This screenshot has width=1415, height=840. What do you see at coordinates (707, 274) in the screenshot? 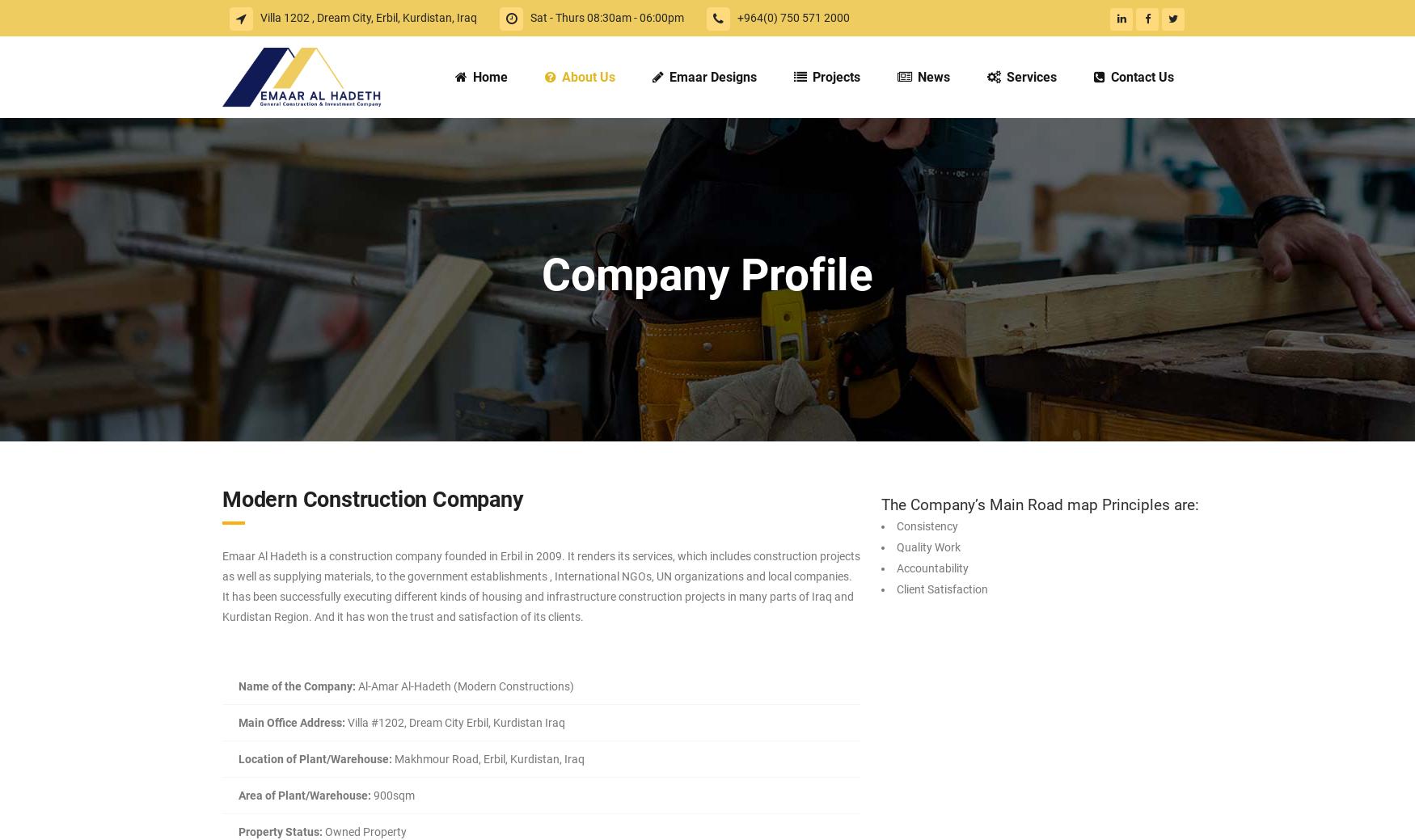
I see `'Company Profile'` at bounding box center [707, 274].